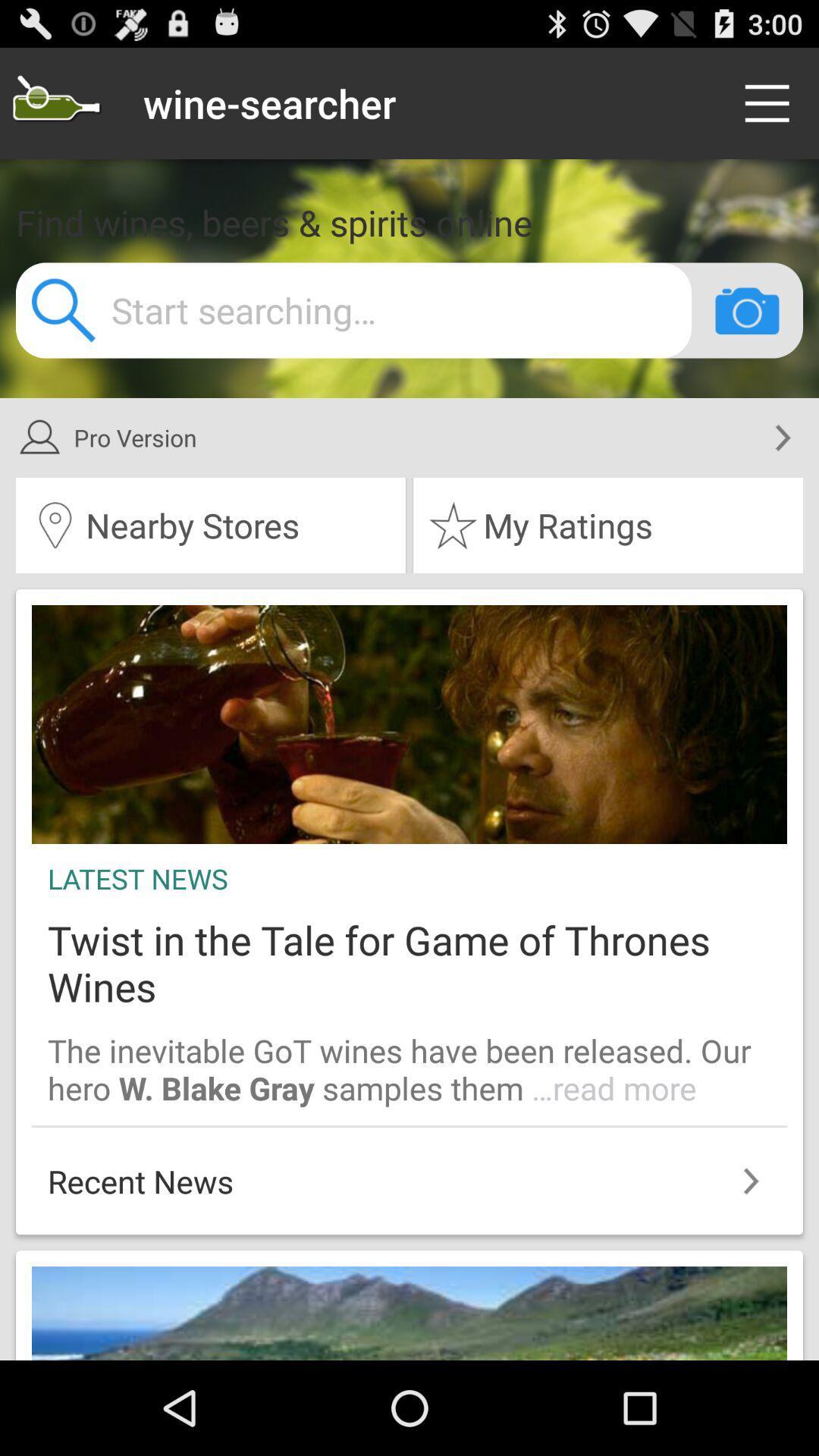 The image size is (819, 1456). I want to click on search by photo button, so click(746, 309).